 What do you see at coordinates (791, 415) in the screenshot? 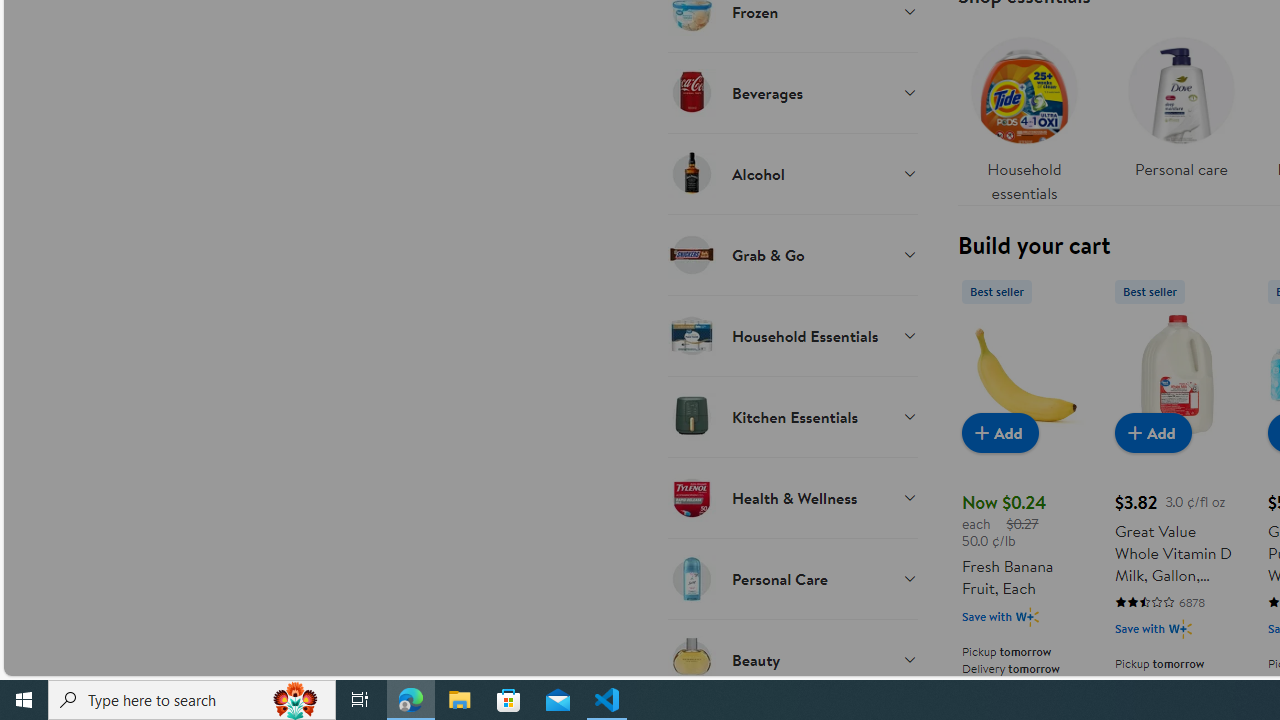
I see `'Kitchen Essentials'` at bounding box center [791, 415].